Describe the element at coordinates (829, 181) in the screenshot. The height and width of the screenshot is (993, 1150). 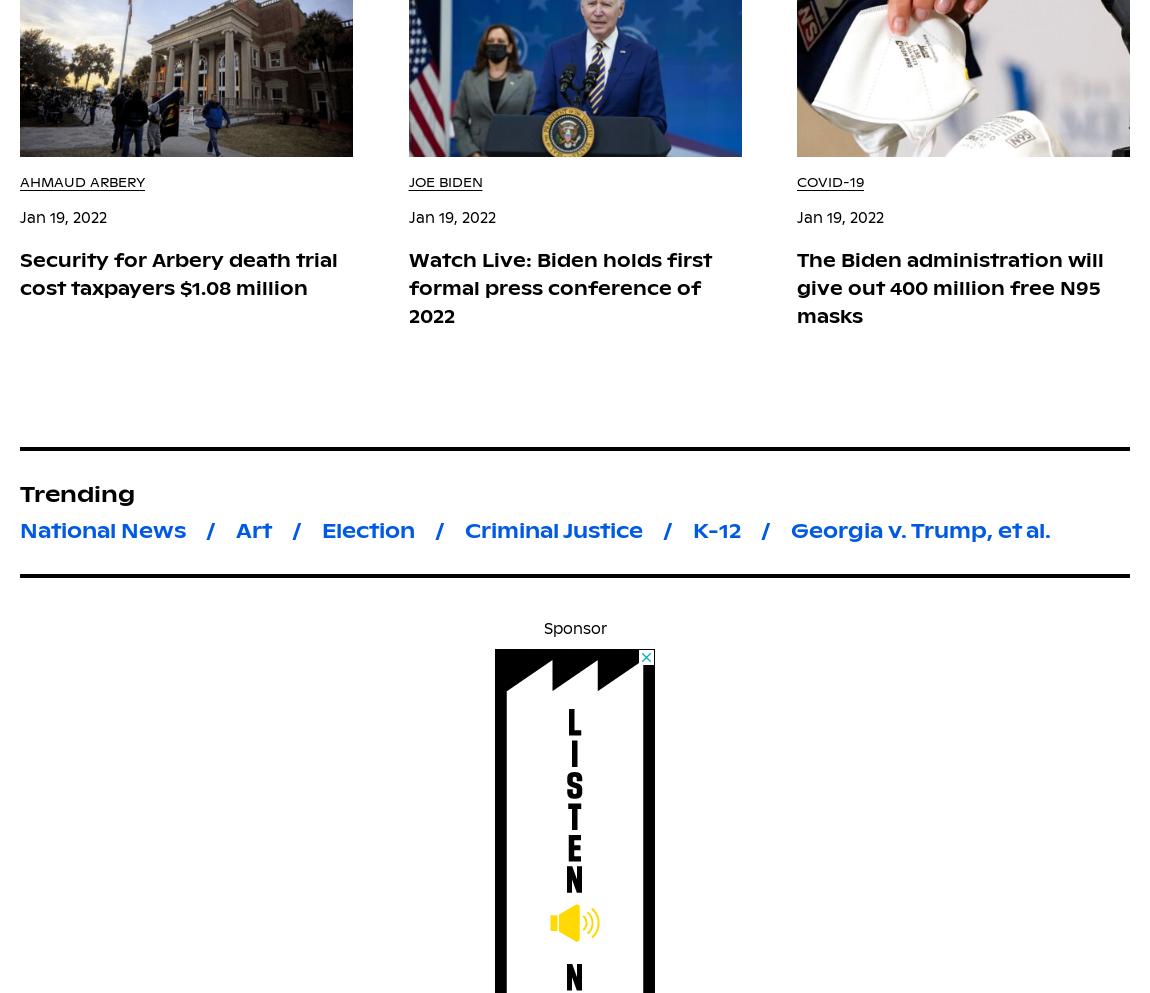
I see `'COVID-19'` at that location.